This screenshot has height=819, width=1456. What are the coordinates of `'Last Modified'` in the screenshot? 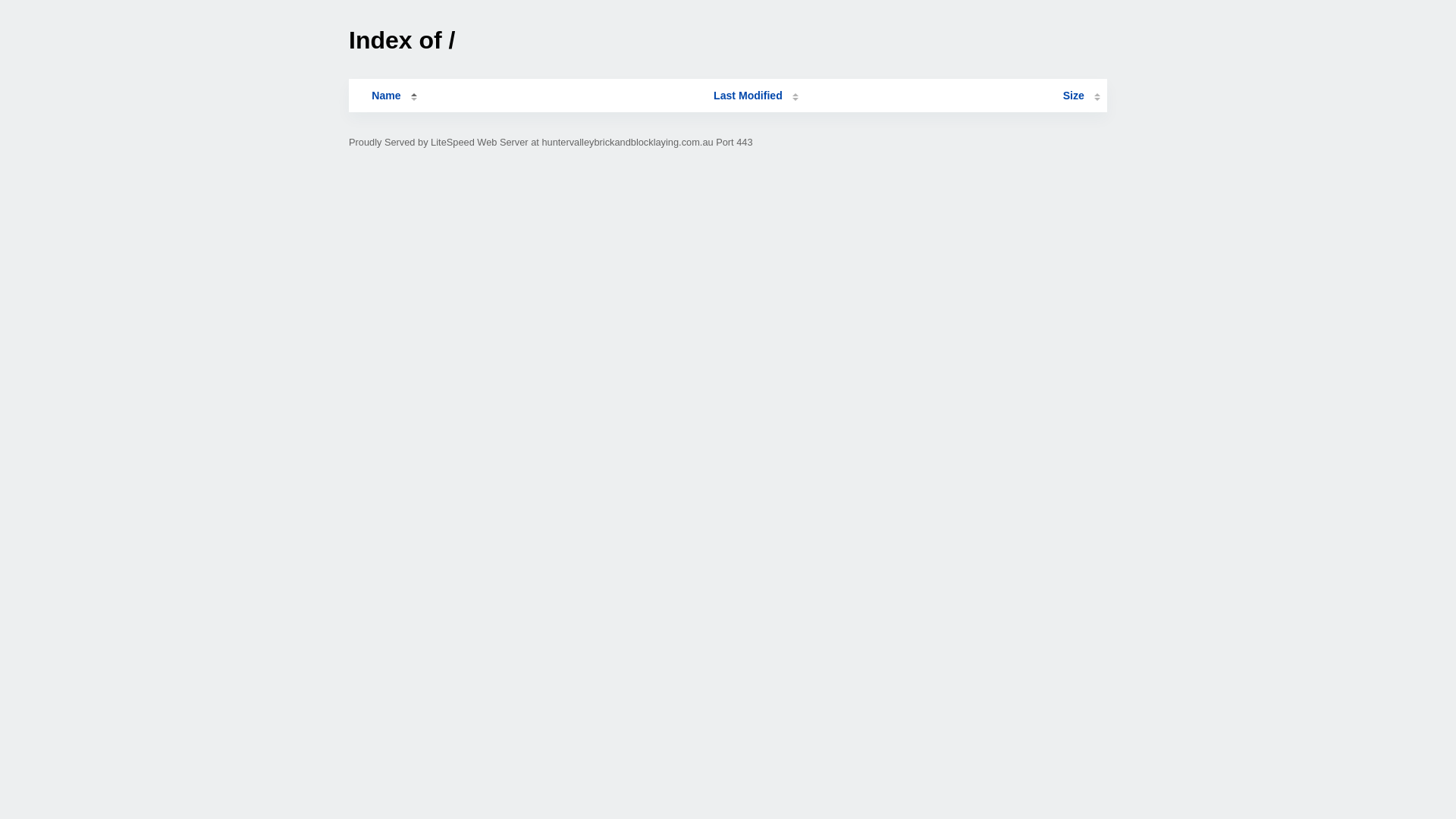 It's located at (712, 96).